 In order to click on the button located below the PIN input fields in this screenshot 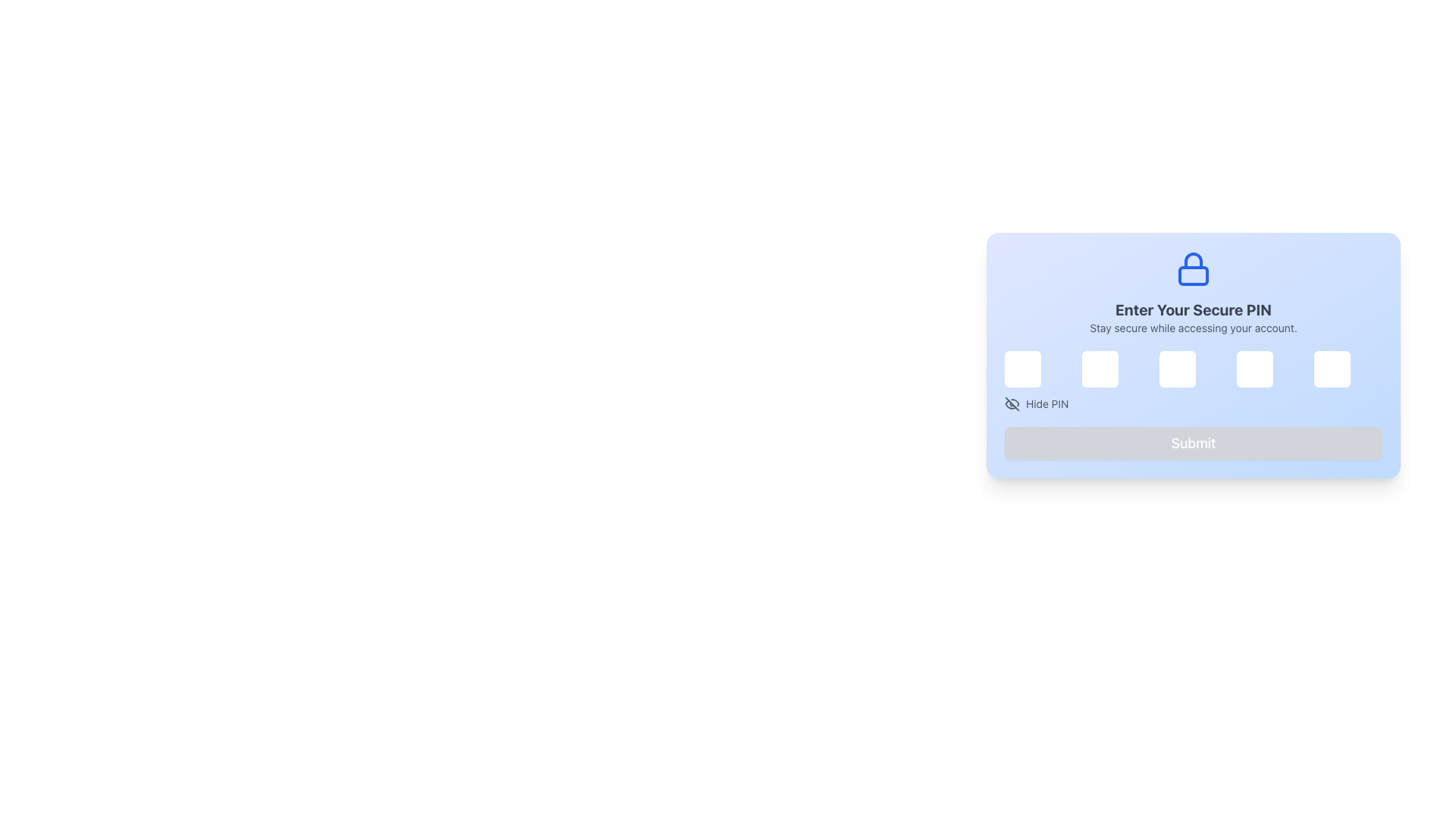, I will do `click(1036, 403)`.